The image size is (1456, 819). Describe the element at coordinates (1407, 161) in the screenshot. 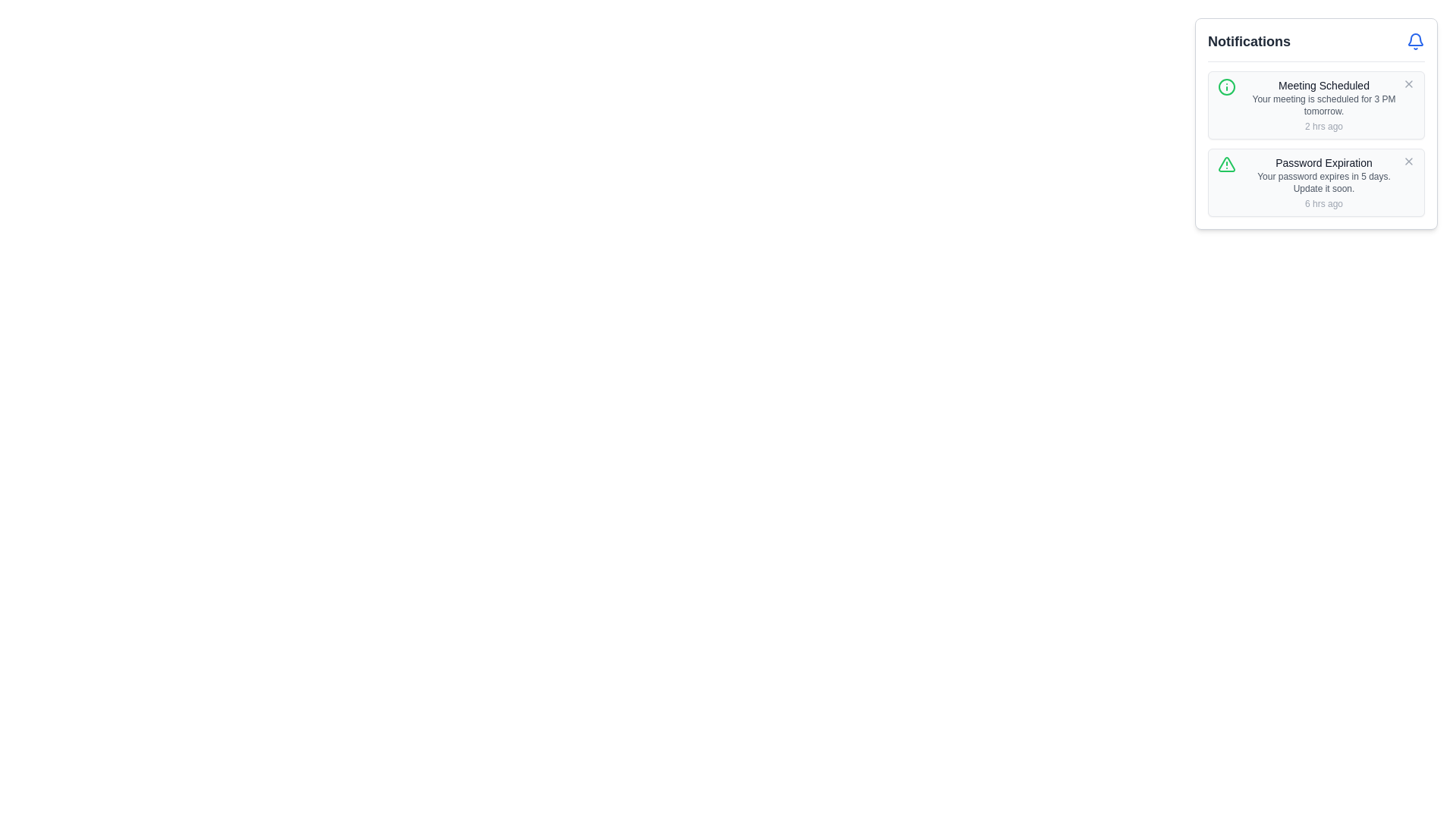

I see `the small gray 'X' icon in the top-right corner of the 'Password Expiration' notification box to trigger its hover state` at that location.